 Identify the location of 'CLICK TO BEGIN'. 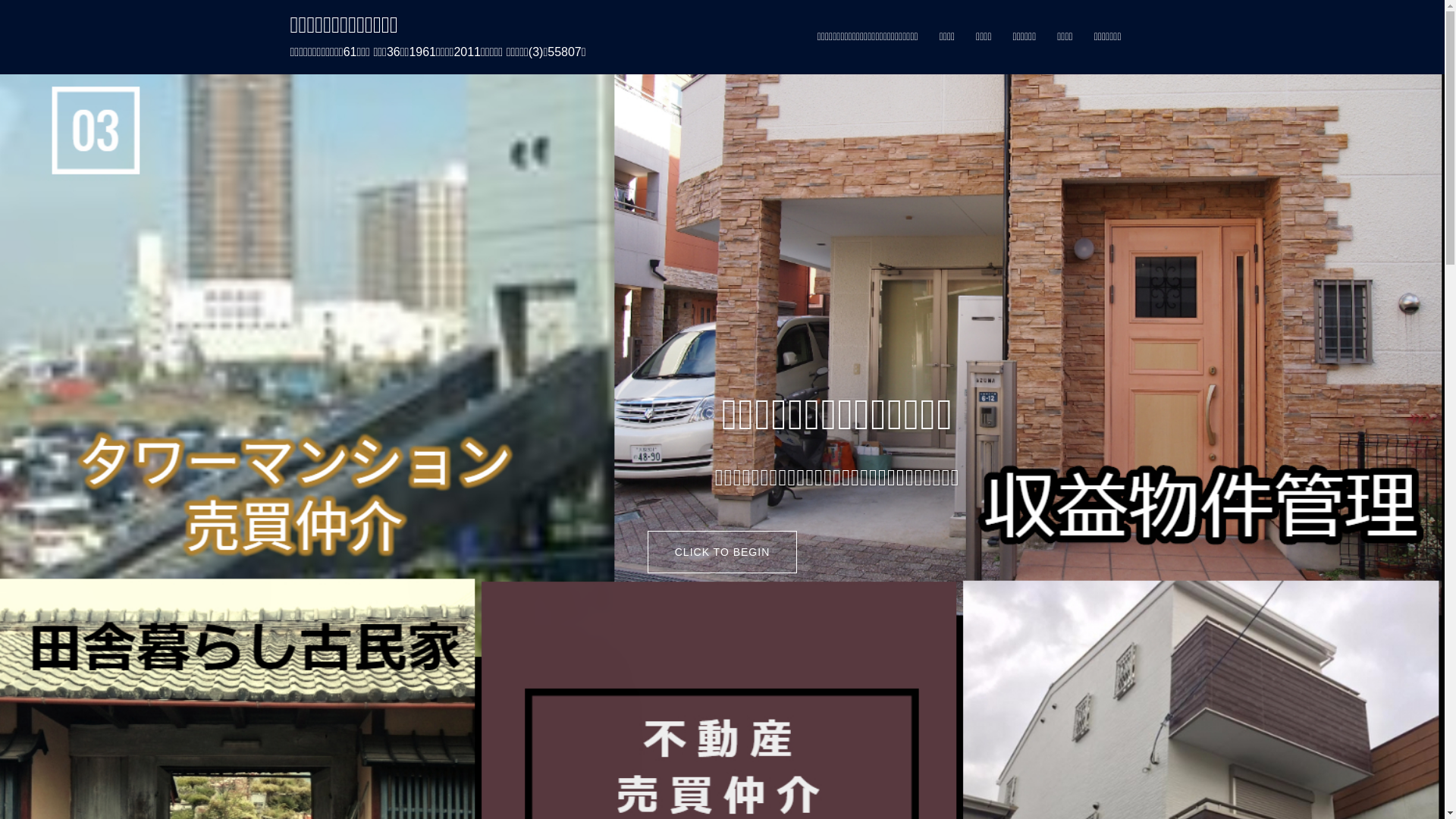
(722, 552).